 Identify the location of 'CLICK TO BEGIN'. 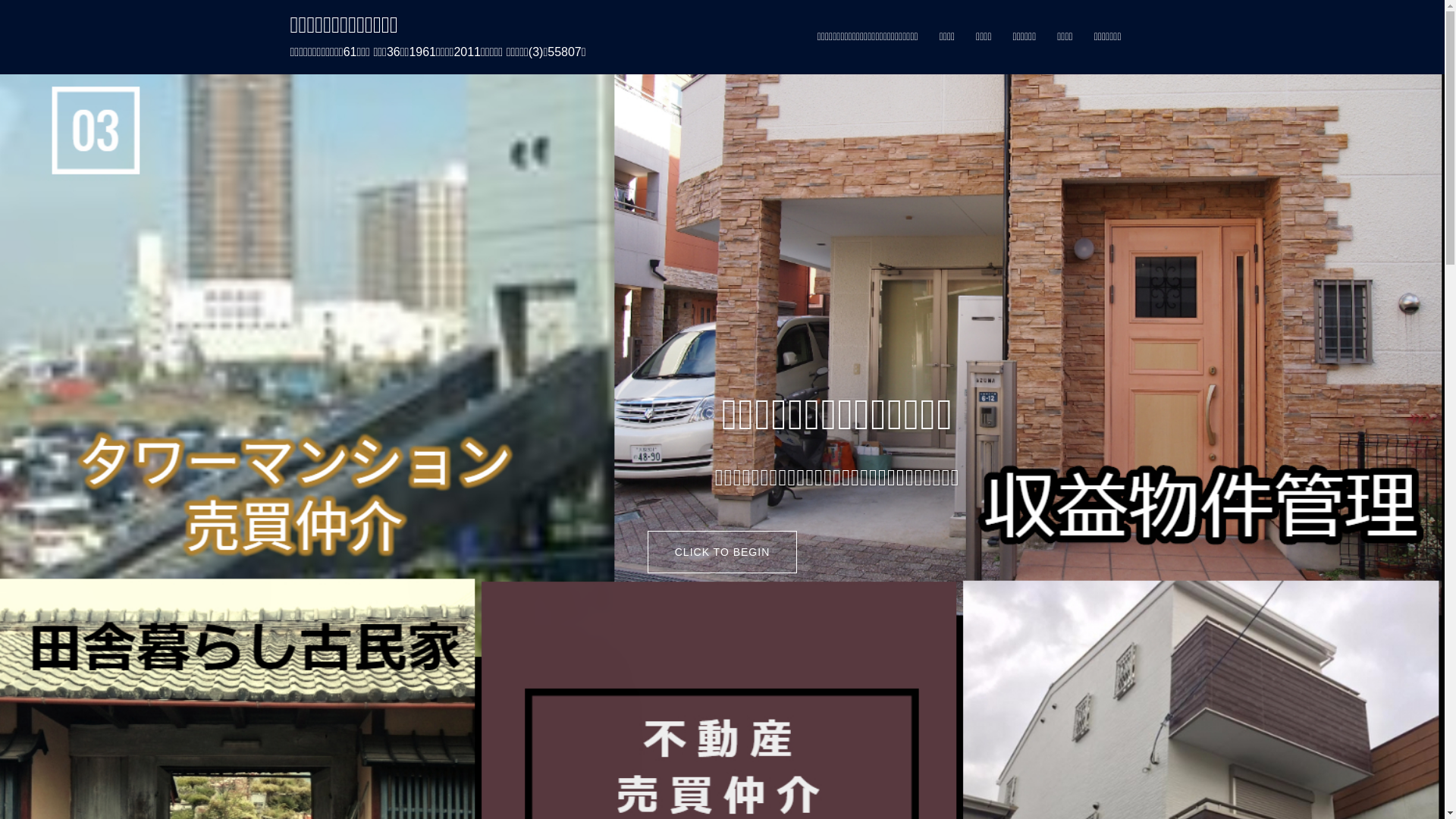
(722, 552).